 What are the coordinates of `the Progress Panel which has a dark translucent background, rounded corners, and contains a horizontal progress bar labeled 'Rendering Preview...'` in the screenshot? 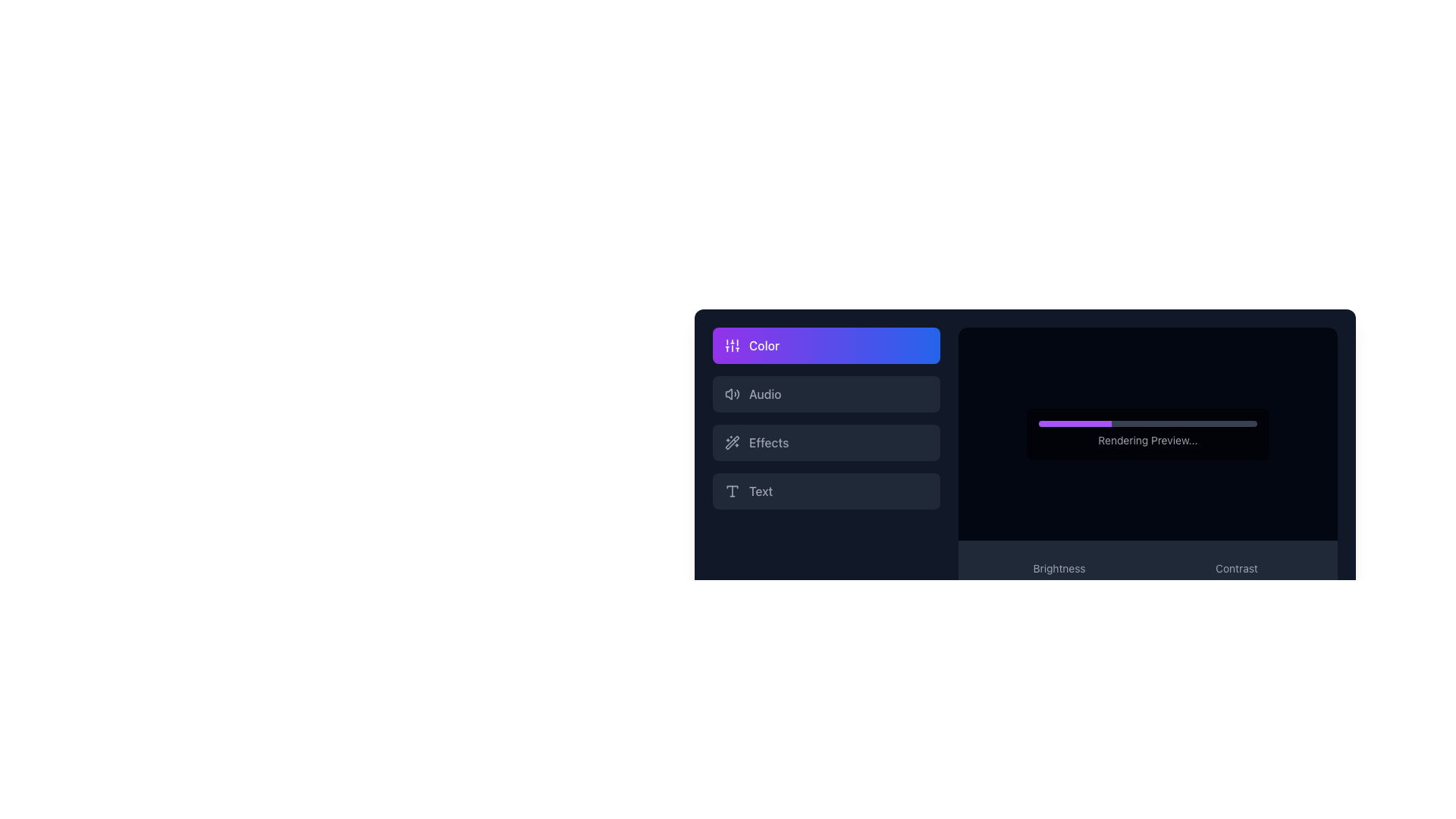 It's located at (1147, 433).